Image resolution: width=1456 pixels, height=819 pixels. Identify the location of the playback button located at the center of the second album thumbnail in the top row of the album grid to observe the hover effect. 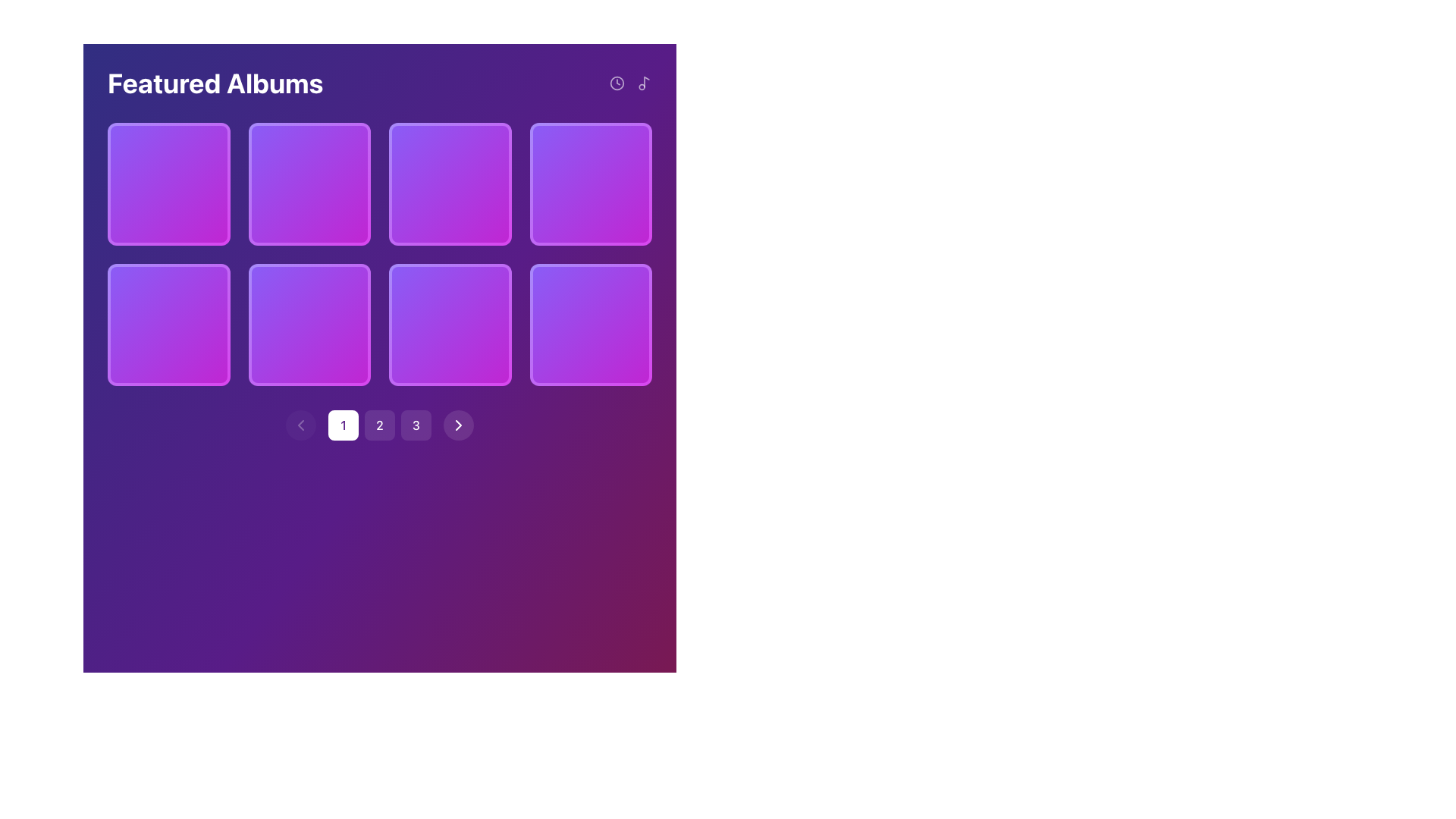
(449, 183).